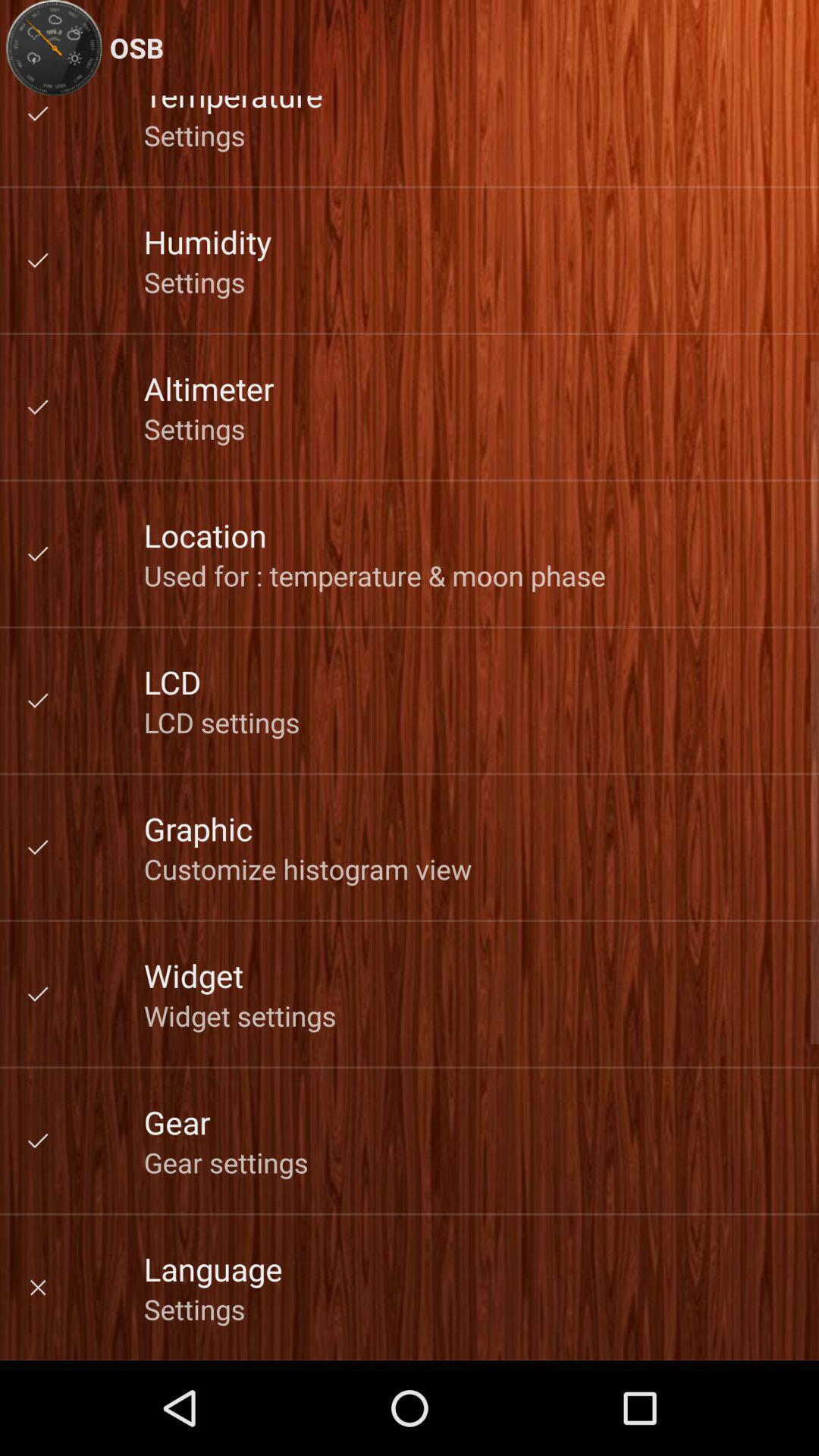 This screenshot has width=819, height=1456. What do you see at coordinates (226, 1161) in the screenshot?
I see `the icon above language app` at bounding box center [226, 1161].